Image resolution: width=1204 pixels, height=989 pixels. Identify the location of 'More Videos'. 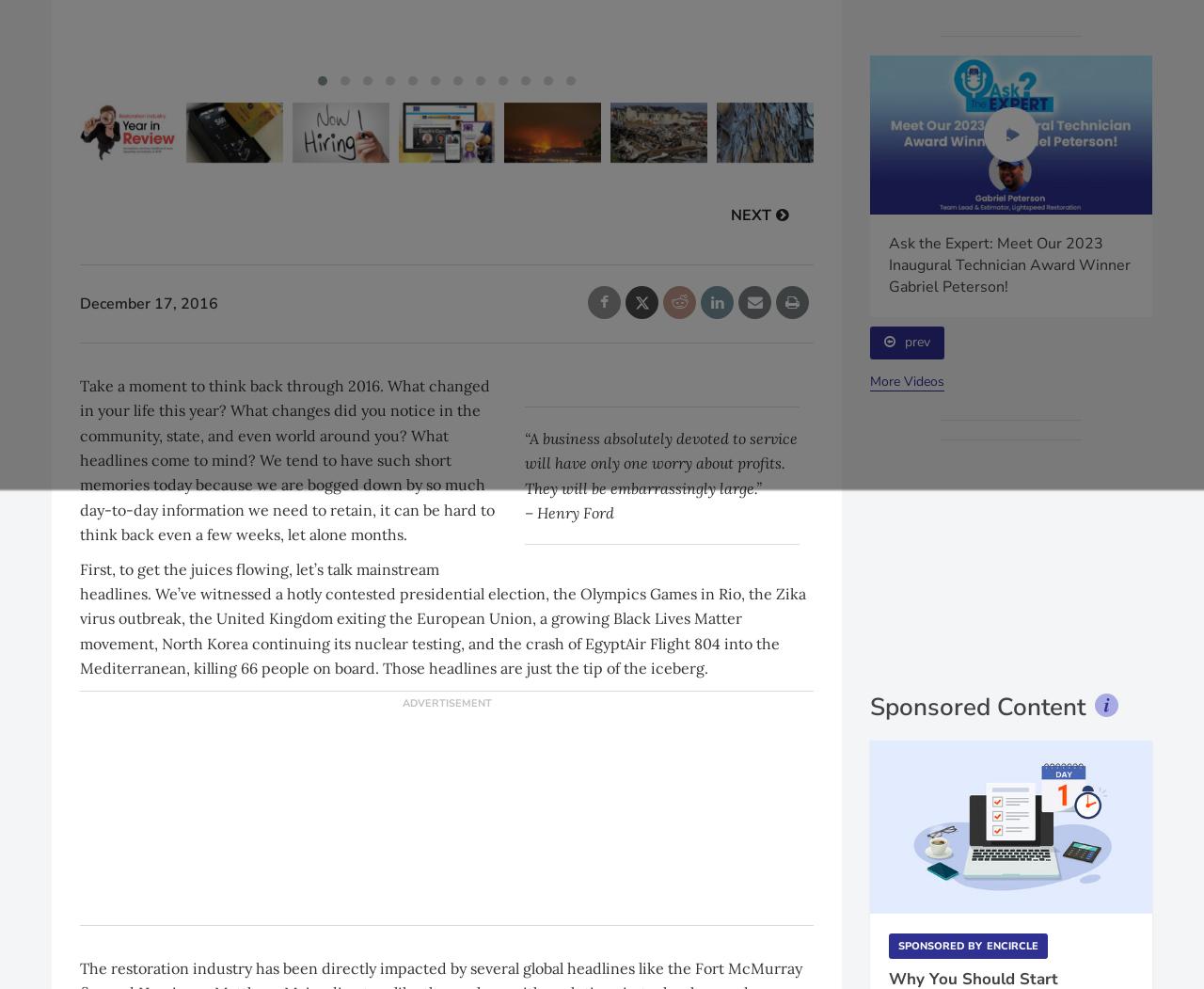
(907, 379).